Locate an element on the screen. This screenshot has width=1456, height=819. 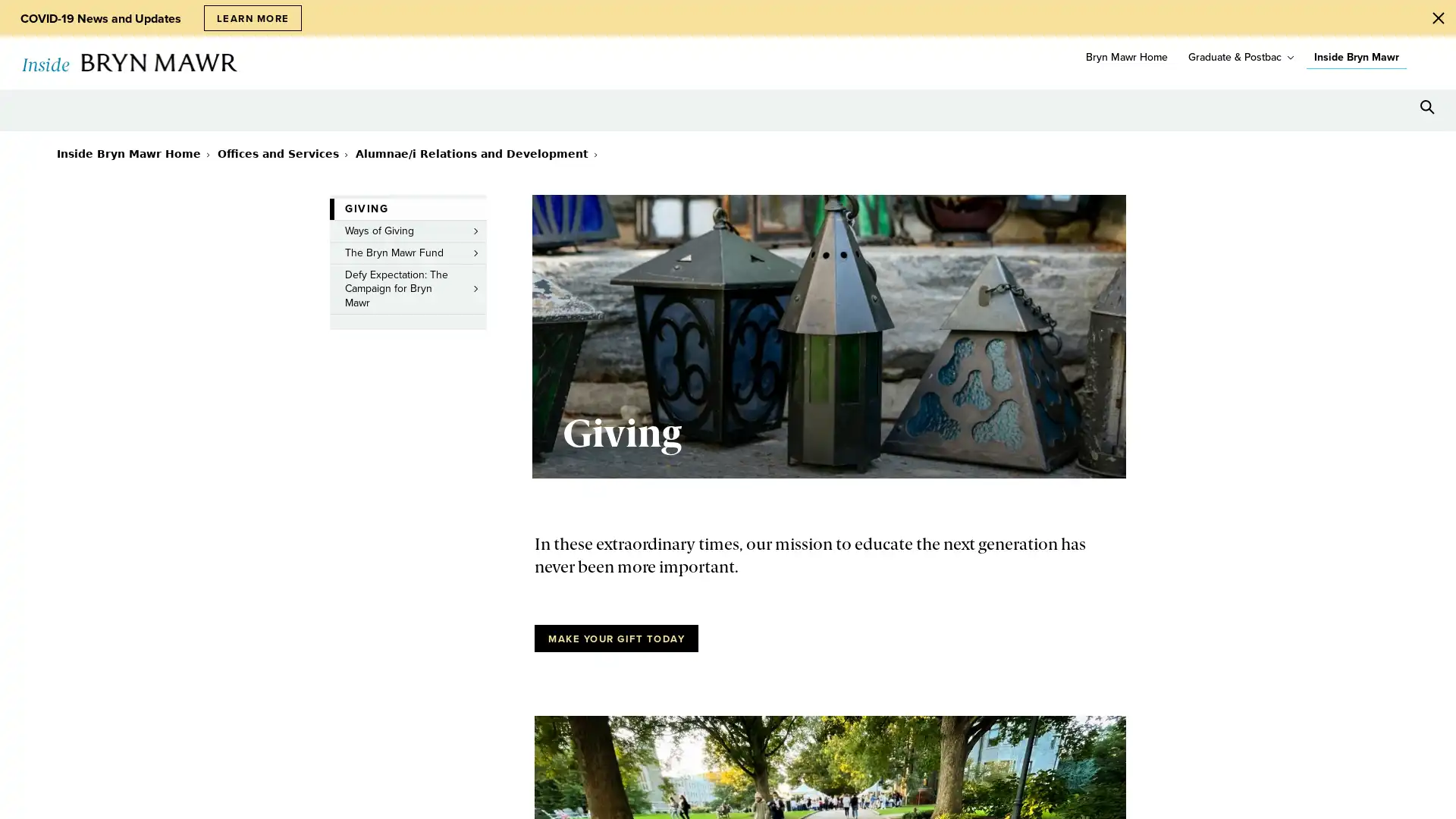
Open Resources menu is located at coordinates (1388, 105).